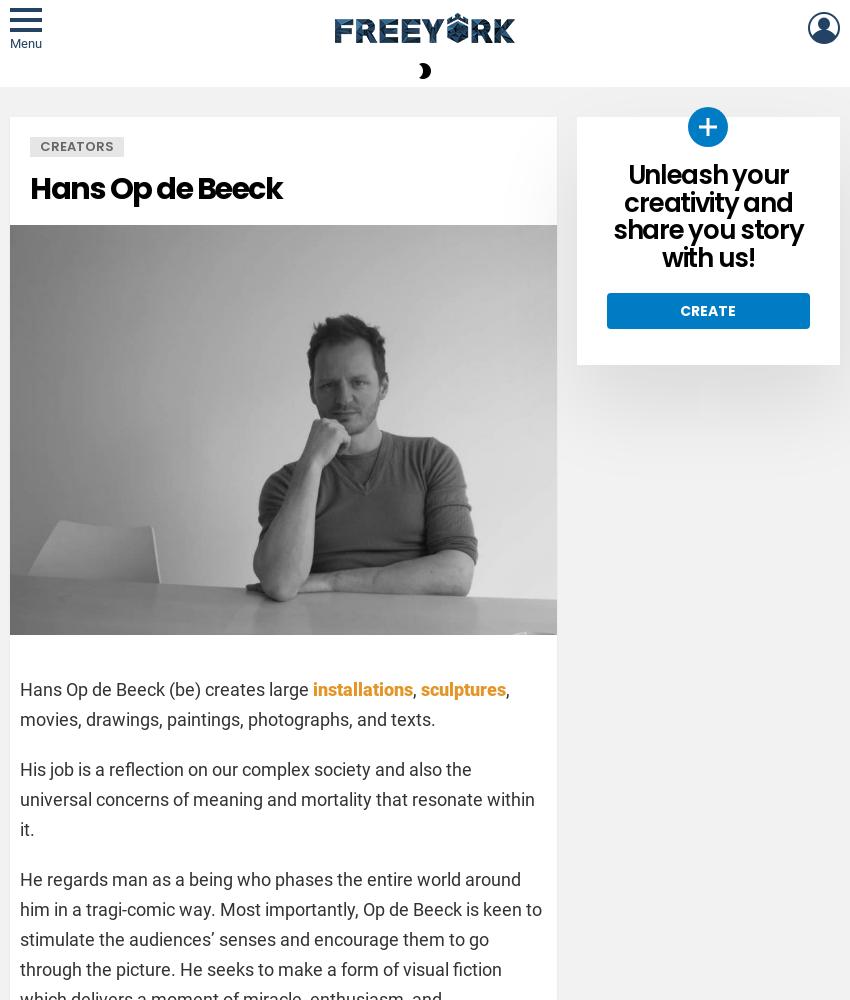 The width and height of the screenshot is (850, 1000). Describe the element at coordinates (276, 798) in the screenshot. I see `'His job is a reflection on our complex society and also the universal concerns of meaning and mortality that resonate within it.'` at that location.